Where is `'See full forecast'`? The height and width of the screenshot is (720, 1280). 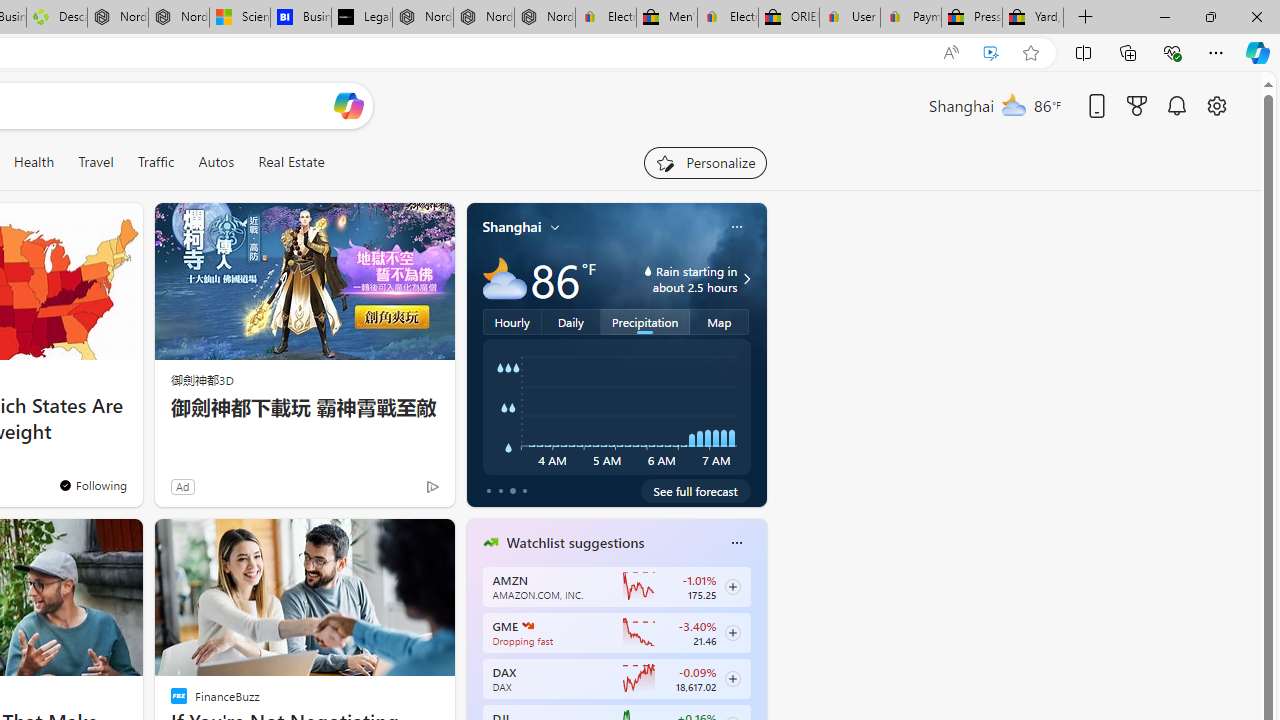
'See full forecast' is located at coordinates (695, 491).